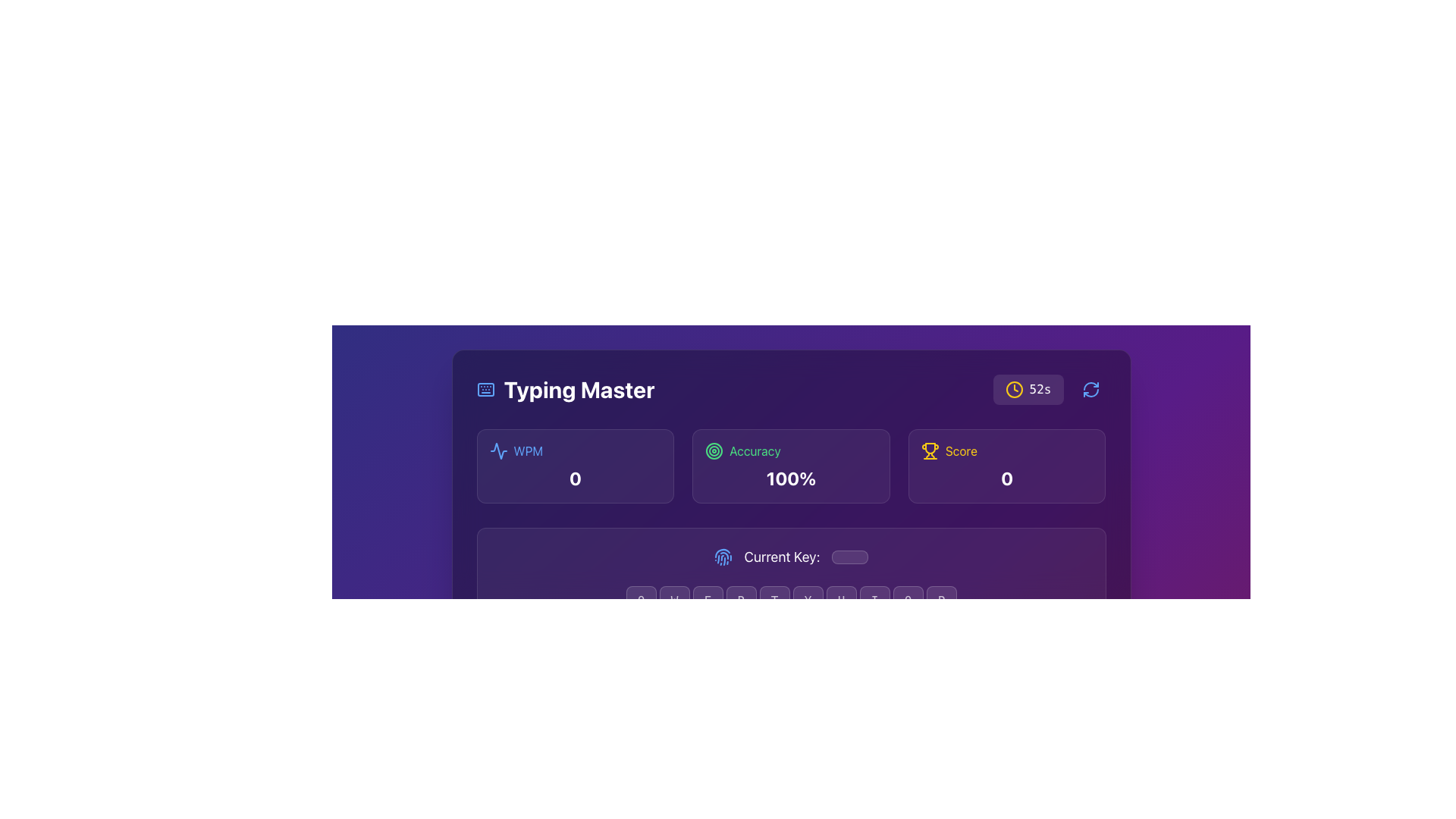 This screenshot has height=819, width=1456. I want to click on the 'P' key button on the virtual keyboard, so click(940, 601).